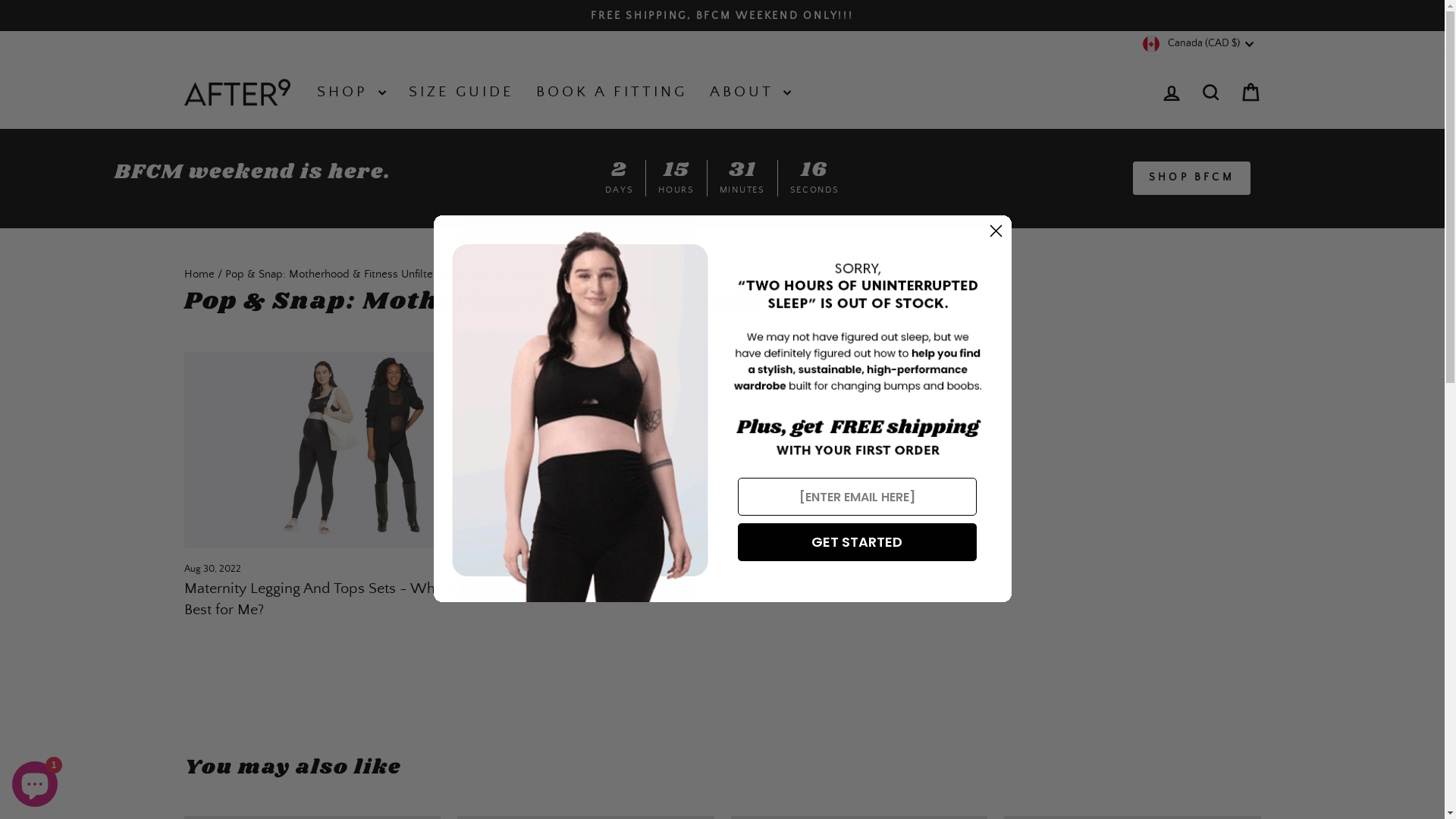  Describe the element at coordinates (1199, 42) in the screenshot. I see `'Canada (CAD $)'` at that location.